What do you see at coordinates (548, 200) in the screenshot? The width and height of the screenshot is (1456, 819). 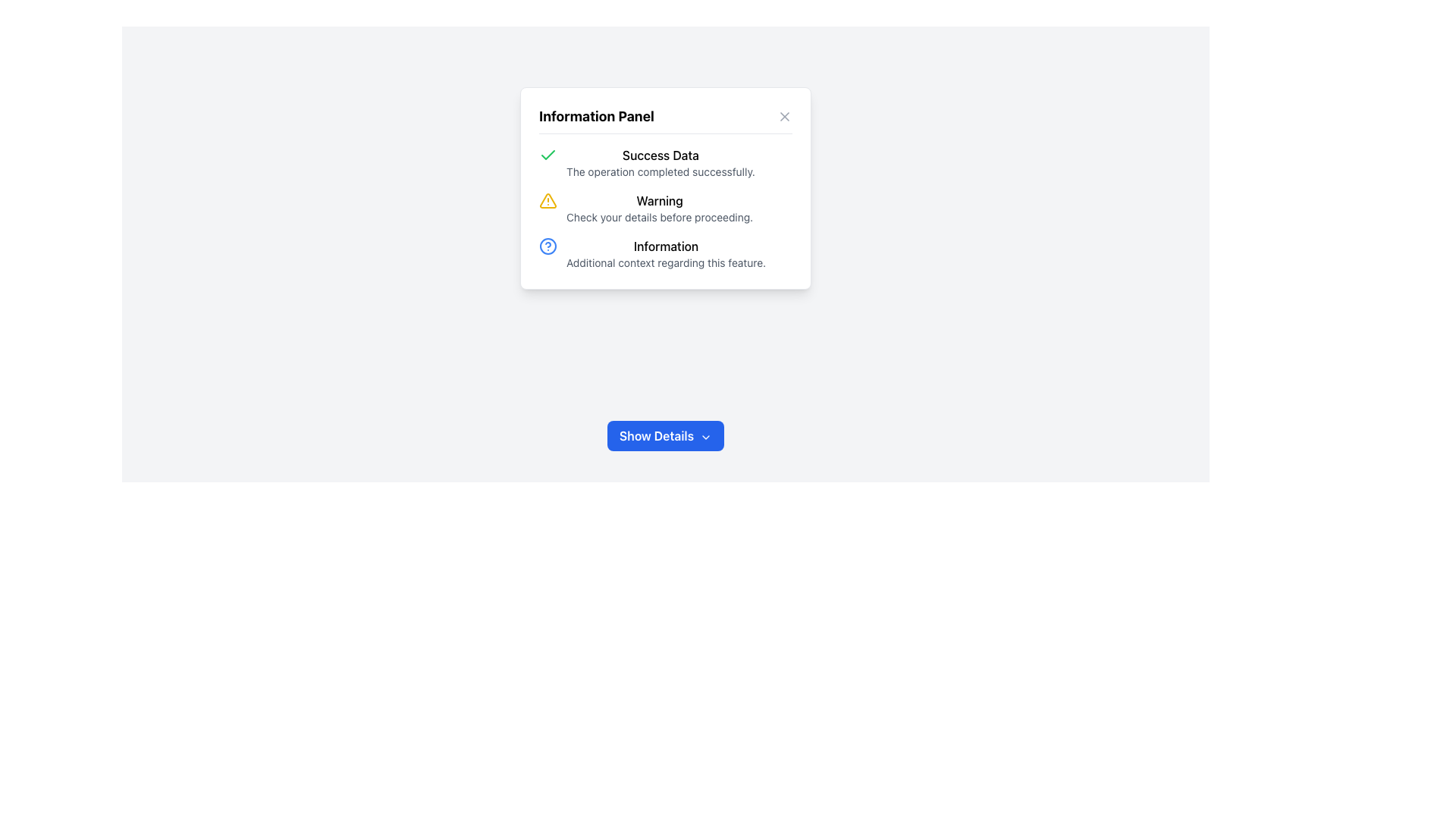 I see `the warning icon located in the Information Panel, adjacent to the 'Warning' text and the descriptive text 'Check your details before proceeding.'` at bounding box center [548, 200].